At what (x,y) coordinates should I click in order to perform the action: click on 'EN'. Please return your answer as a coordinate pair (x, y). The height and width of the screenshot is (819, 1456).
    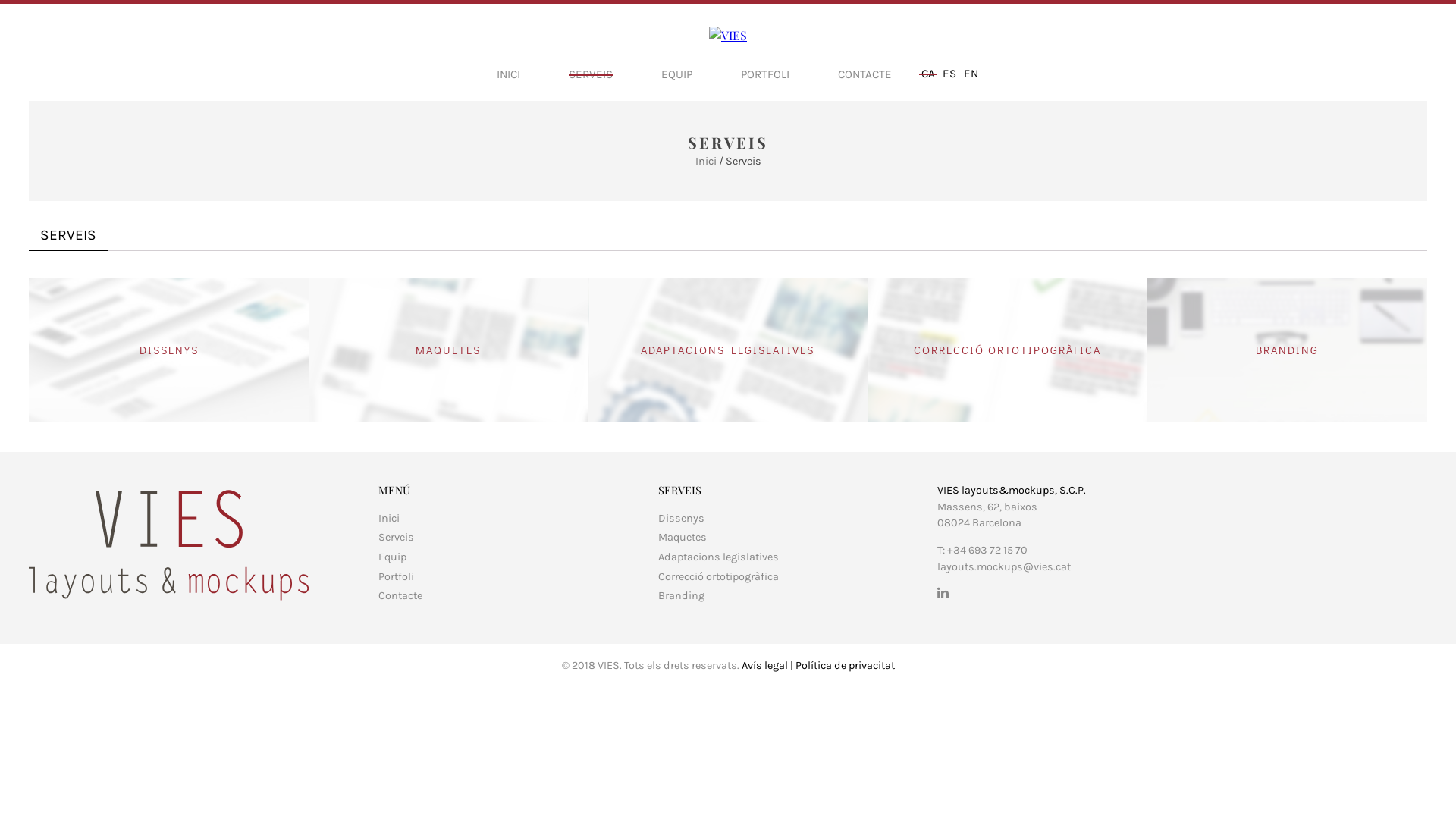
    Looking at the image, I should click on (971, 73).